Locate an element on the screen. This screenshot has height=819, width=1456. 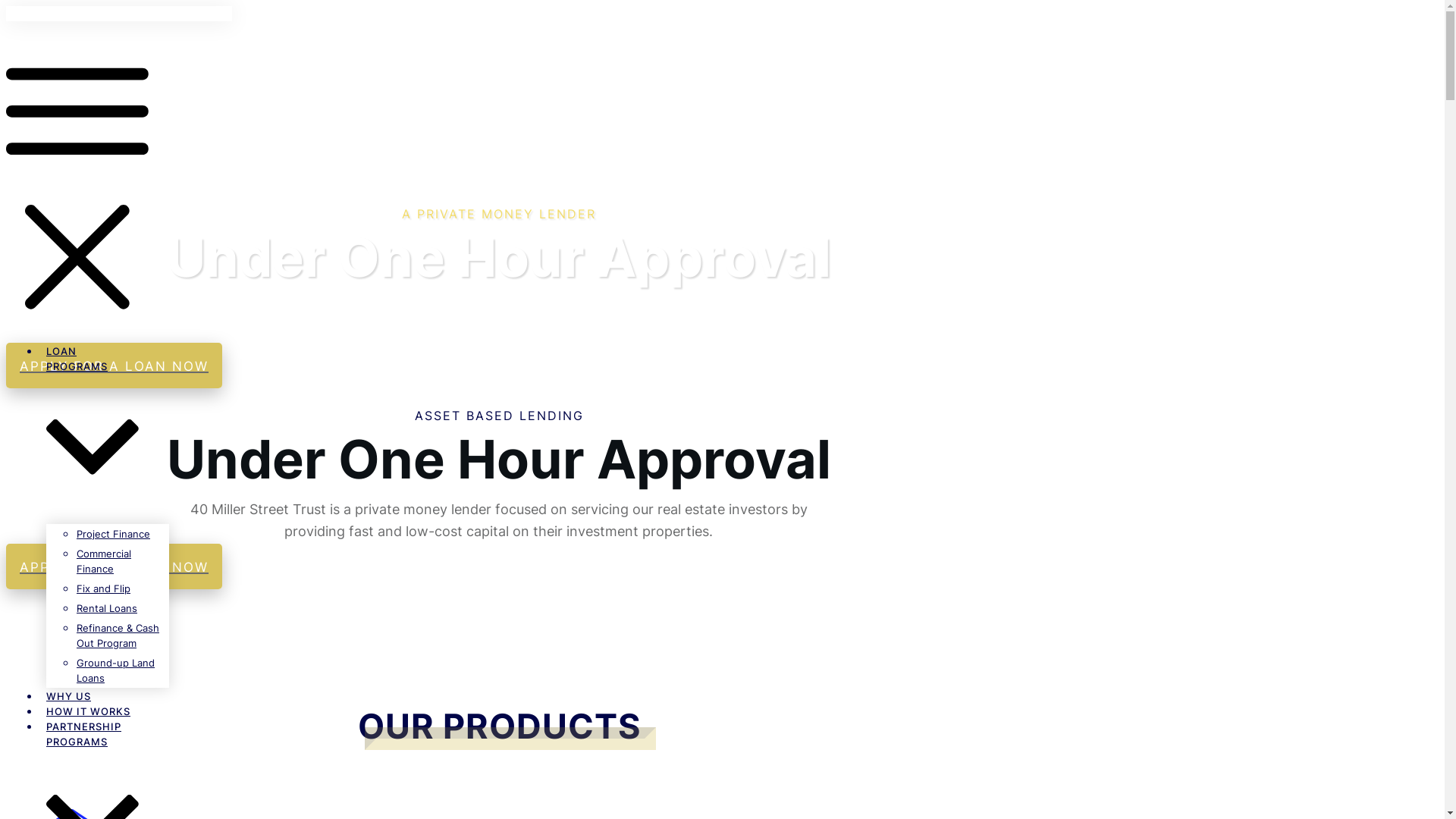
'Rental Loans' is located at coordinates (105, 607).